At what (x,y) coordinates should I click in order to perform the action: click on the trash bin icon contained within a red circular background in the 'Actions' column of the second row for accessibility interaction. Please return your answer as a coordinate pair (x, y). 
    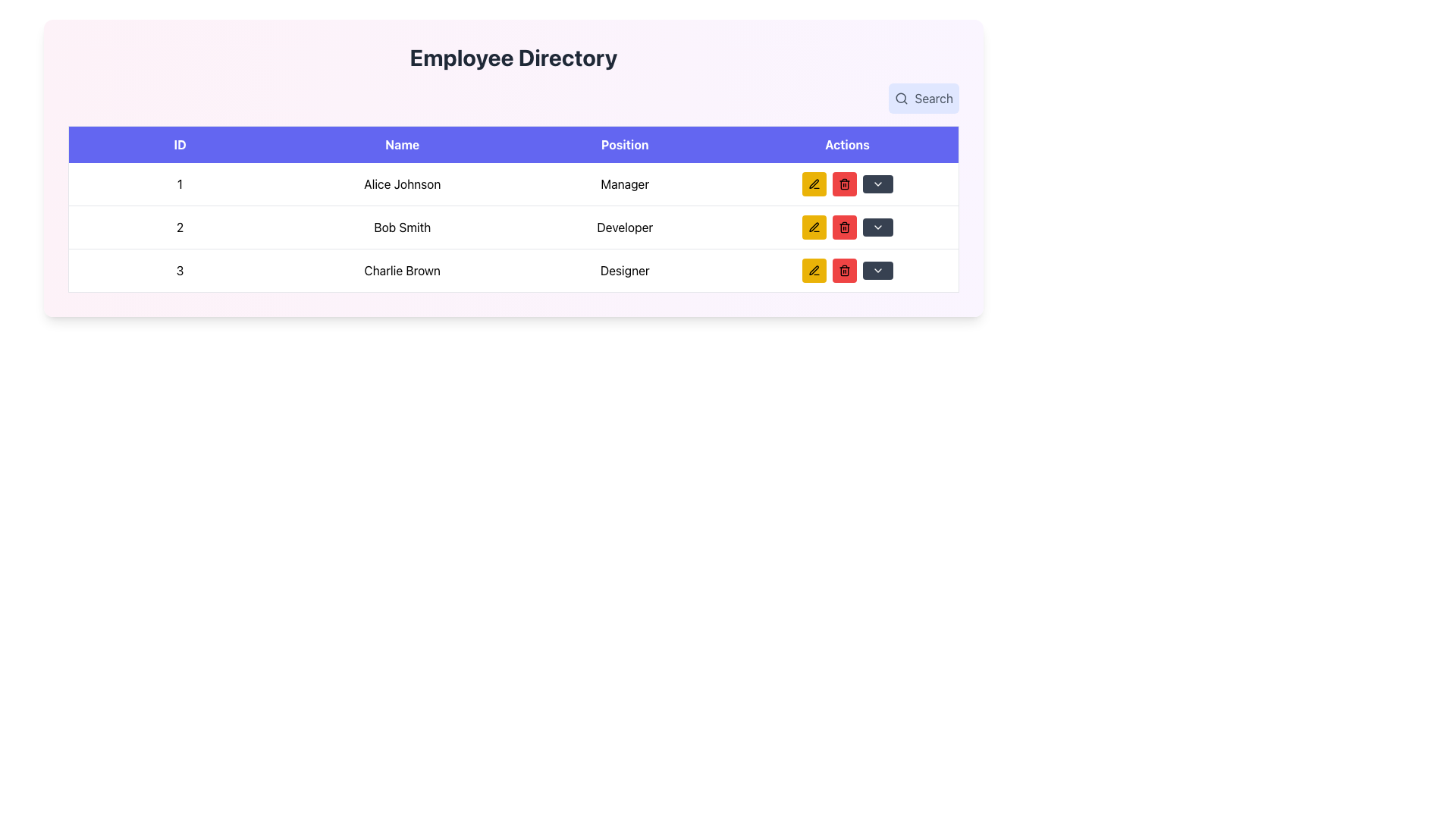
    Looking at the image, I should click on (843, 270).